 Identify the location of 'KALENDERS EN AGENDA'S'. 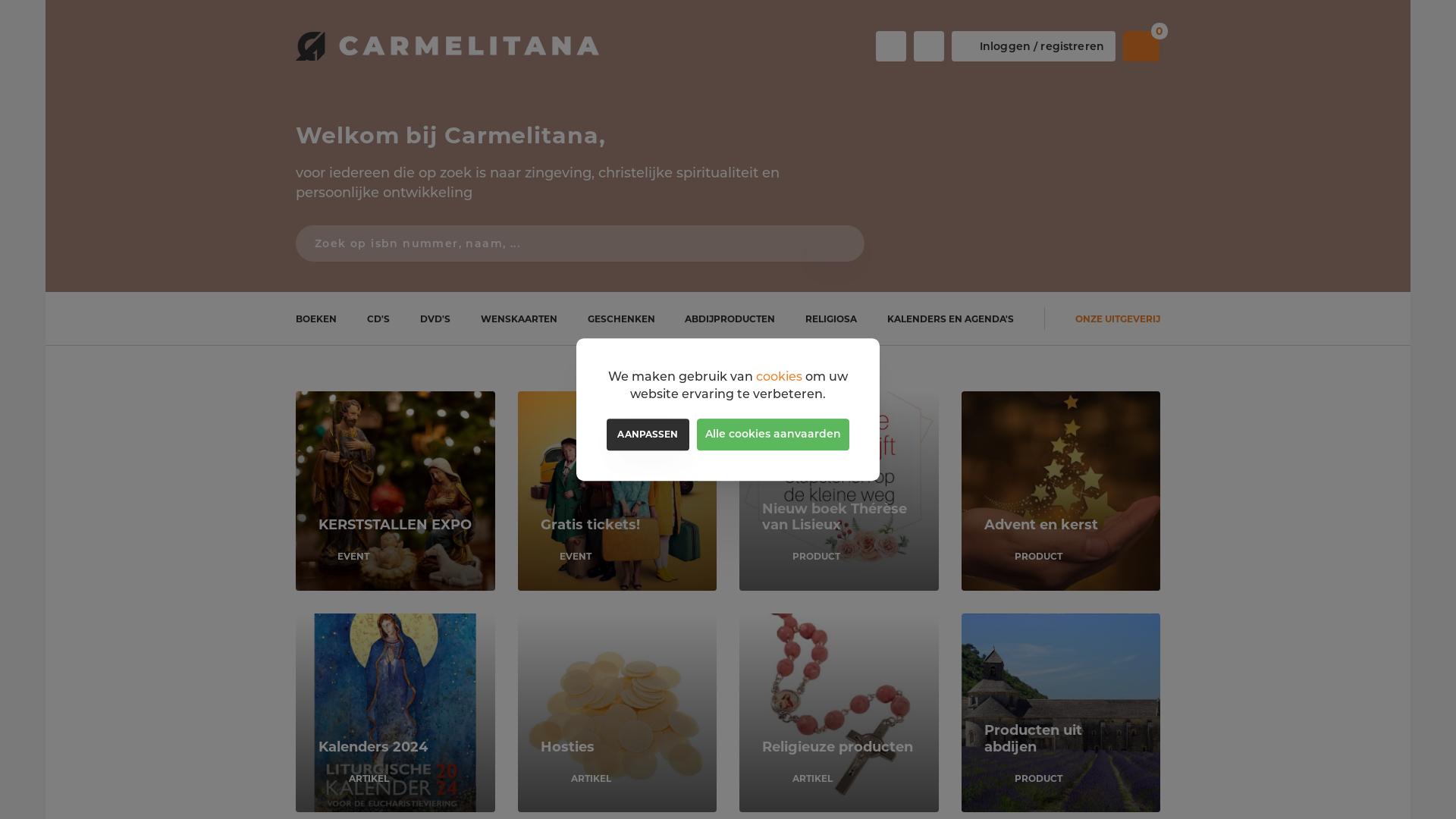
(949, 318).